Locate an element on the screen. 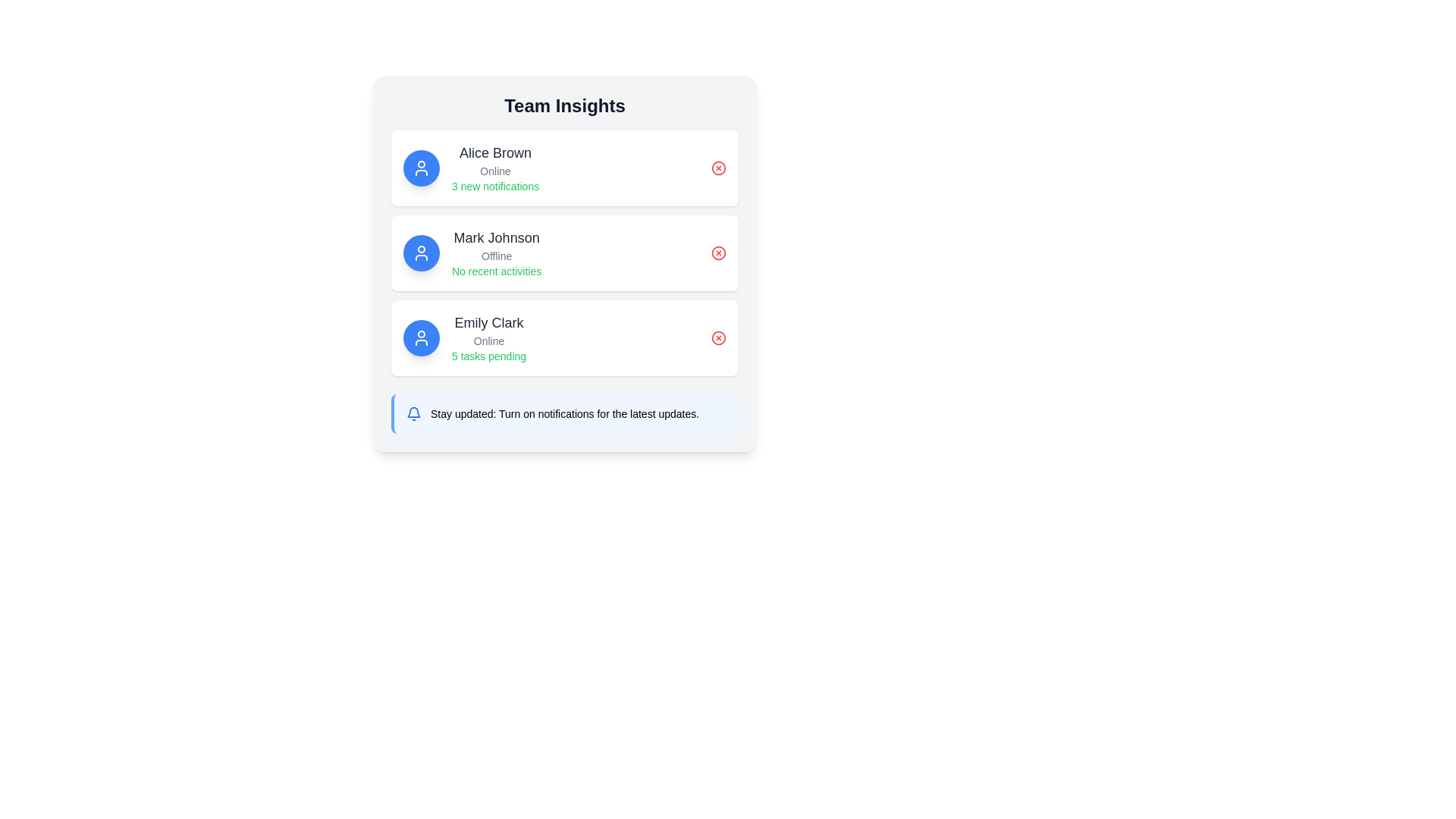 Image resolution: width=1456 pixels, height=819 pixels. the user profile icon representing 'Alice Brown' in the profile section of the list item, which is located to the left of the text information is located at coordinates (422, 168).